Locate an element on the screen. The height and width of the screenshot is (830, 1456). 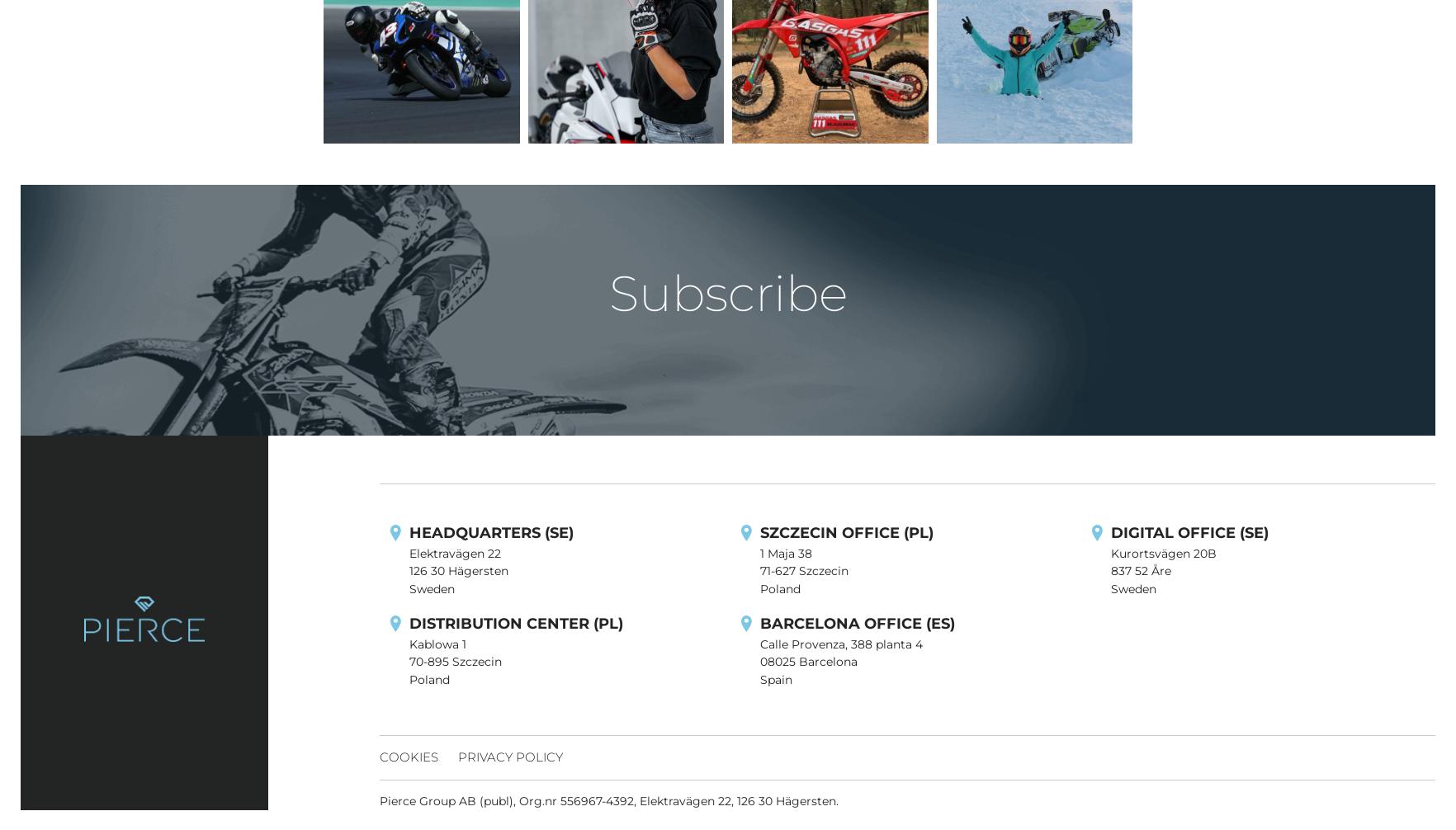
'Cookies' is located at coordinates (408, 755).